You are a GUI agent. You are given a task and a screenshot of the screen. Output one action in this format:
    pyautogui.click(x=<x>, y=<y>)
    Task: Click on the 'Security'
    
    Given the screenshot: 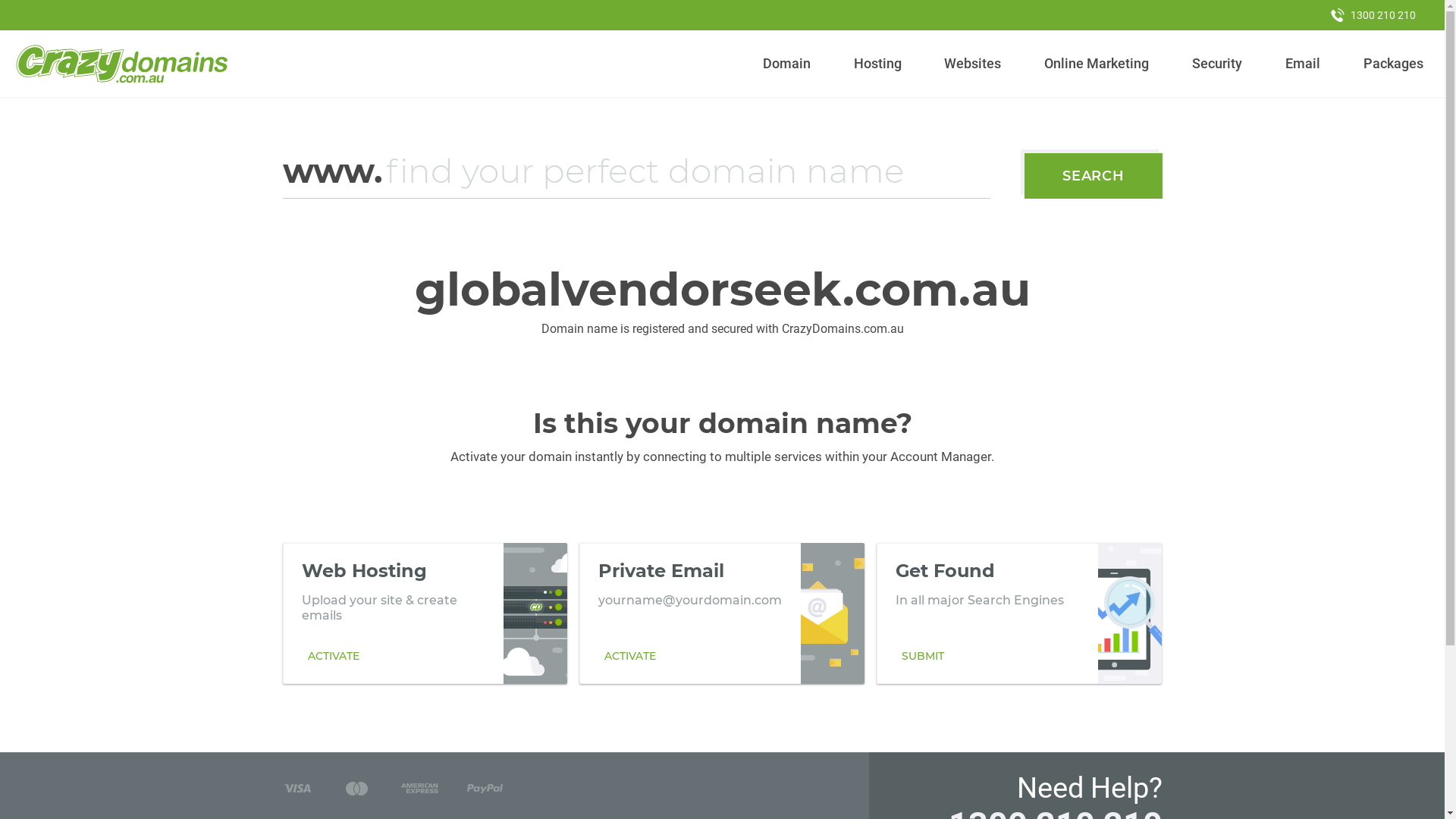 What is the action you would take?
    pyautogui.click(x=1217, y=63)
    